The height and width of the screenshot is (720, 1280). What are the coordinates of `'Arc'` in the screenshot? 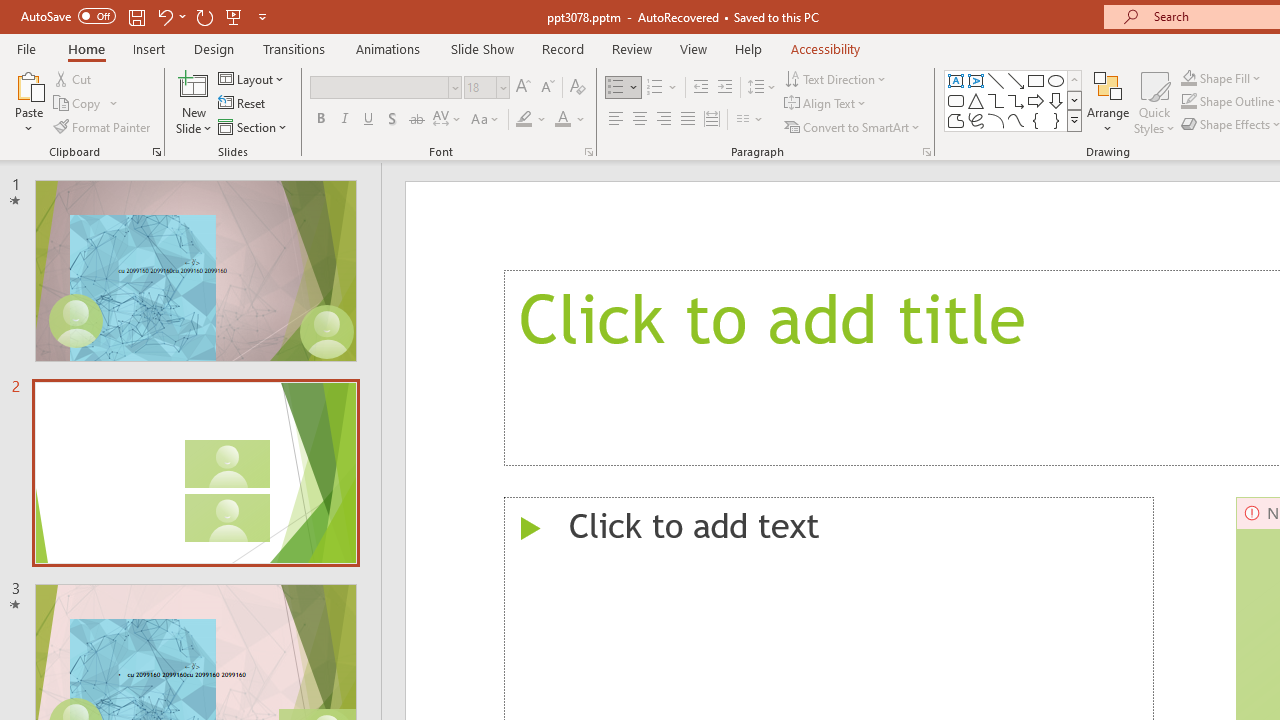 It's located at (995, 120).